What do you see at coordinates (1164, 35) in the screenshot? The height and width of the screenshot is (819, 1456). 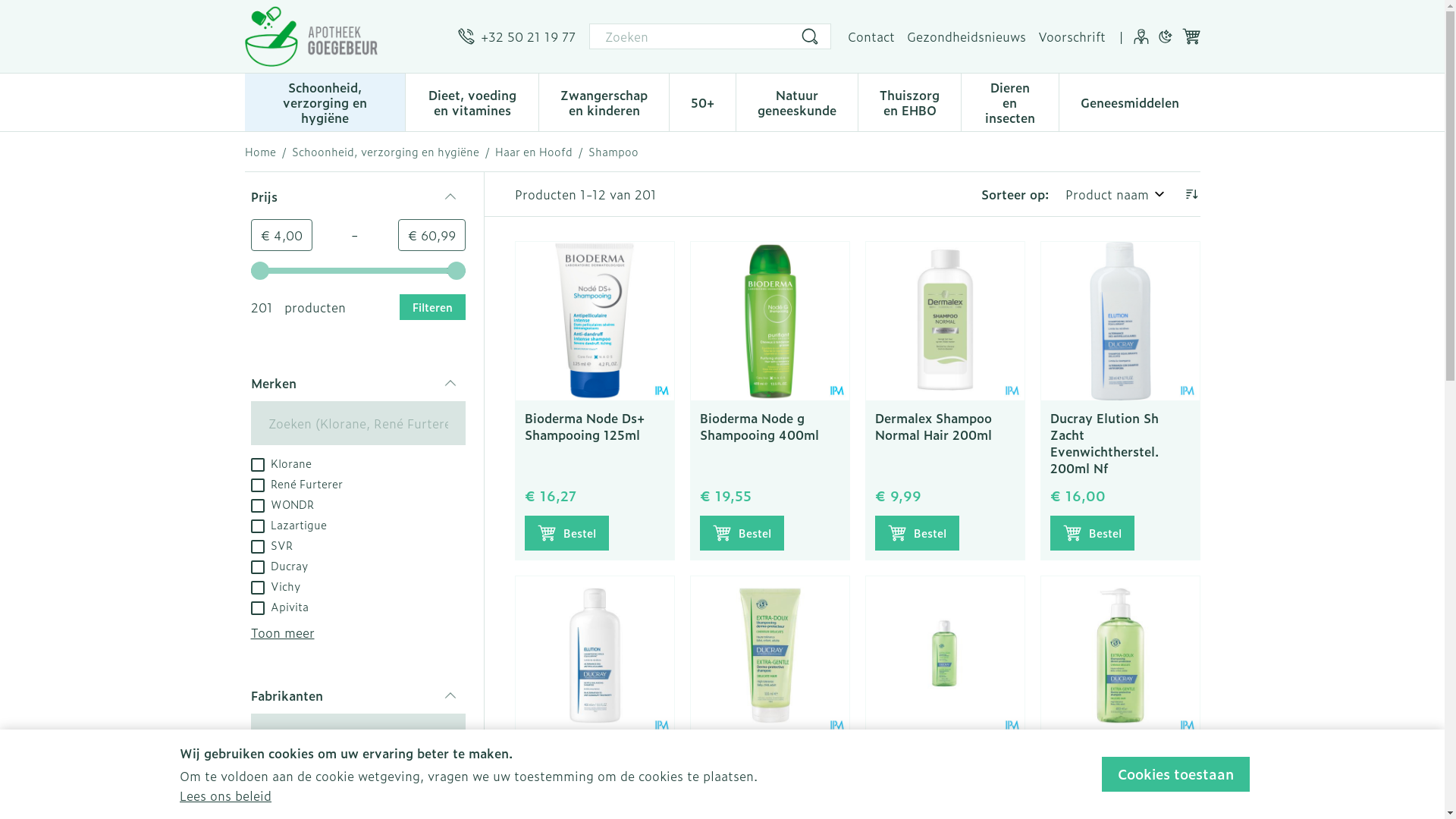 I see `'Donkere modus'` at bounding box center [1164, 35].